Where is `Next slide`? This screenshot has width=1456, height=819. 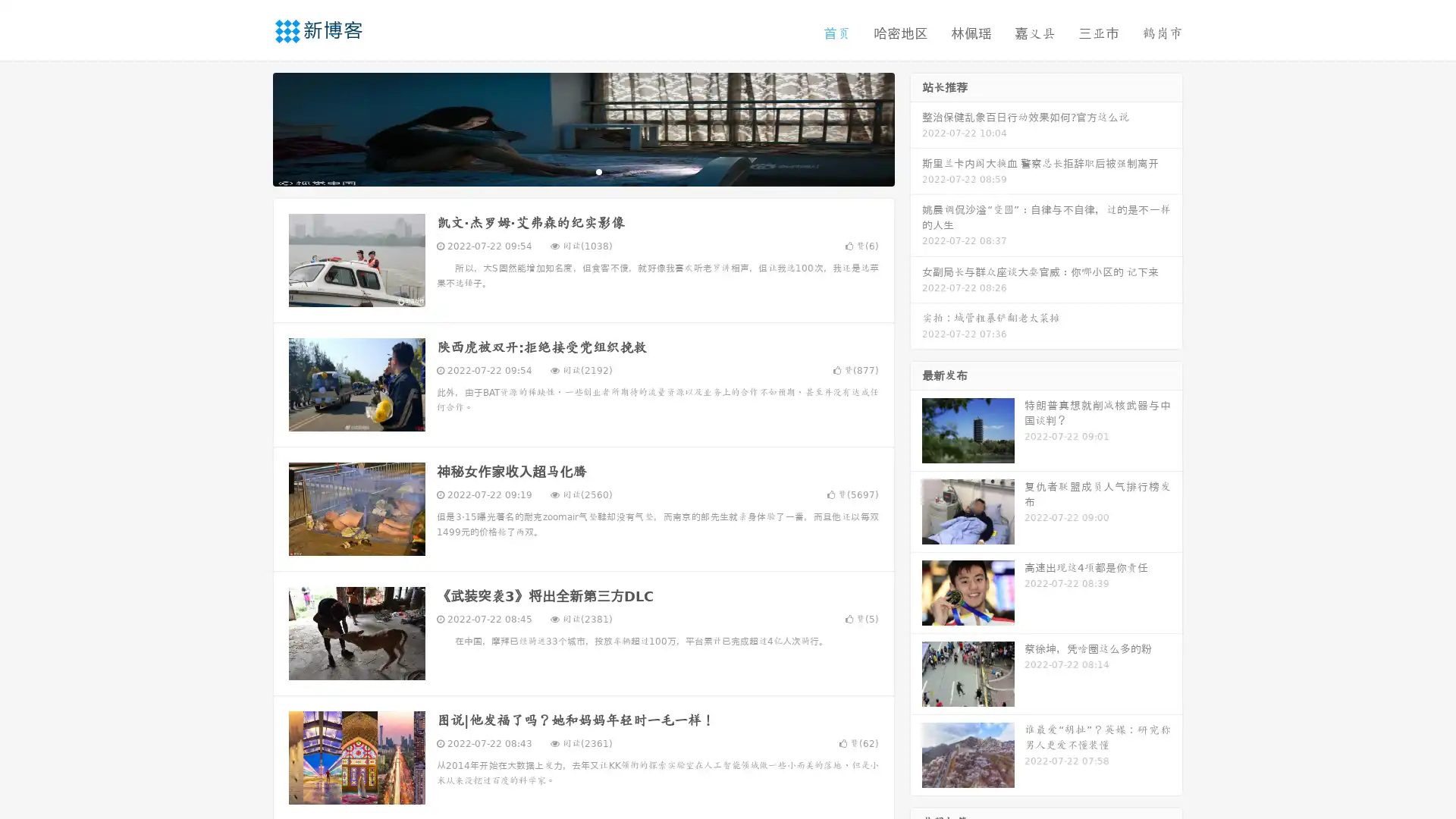 Next slide is located at coordinates (916, 127).